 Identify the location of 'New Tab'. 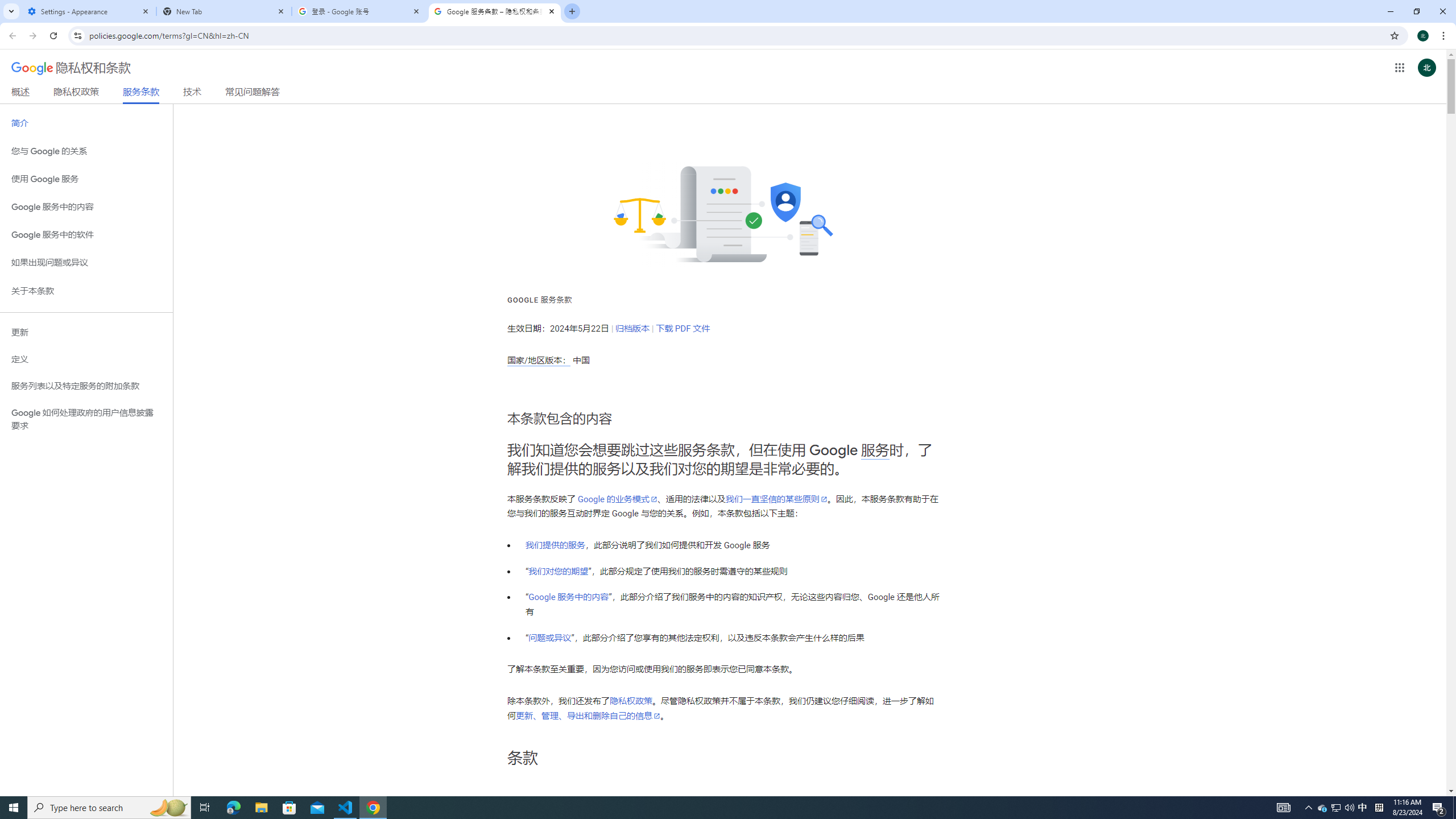
(224, 11).